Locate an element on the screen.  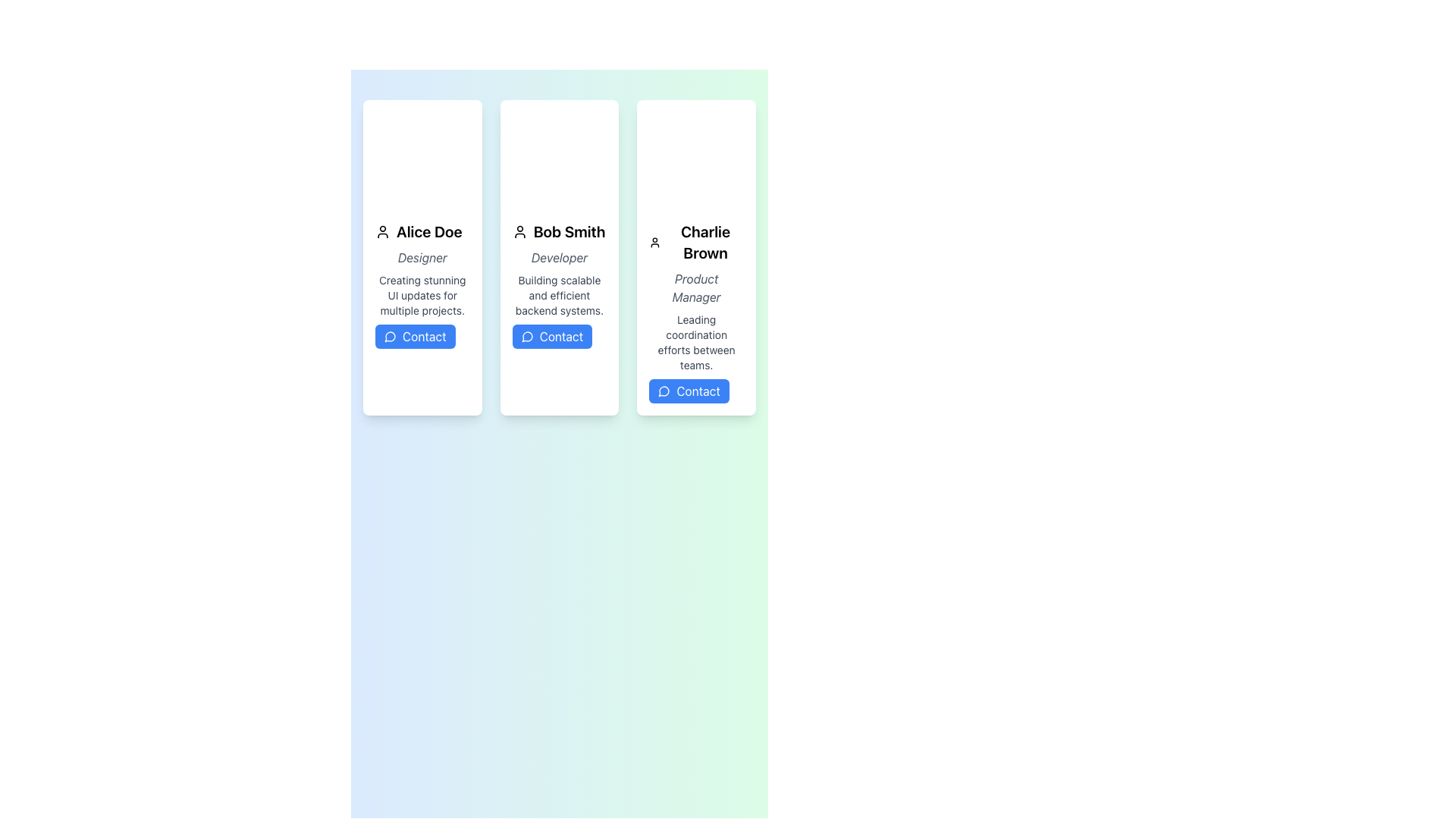
text block styled in a smaller, gray-colored font containing the phrase 'Leading coordination efforts between teams.' located below the 'Product Manager' title within the profile card of Charlie Brown is located at coordinates (695, 342).